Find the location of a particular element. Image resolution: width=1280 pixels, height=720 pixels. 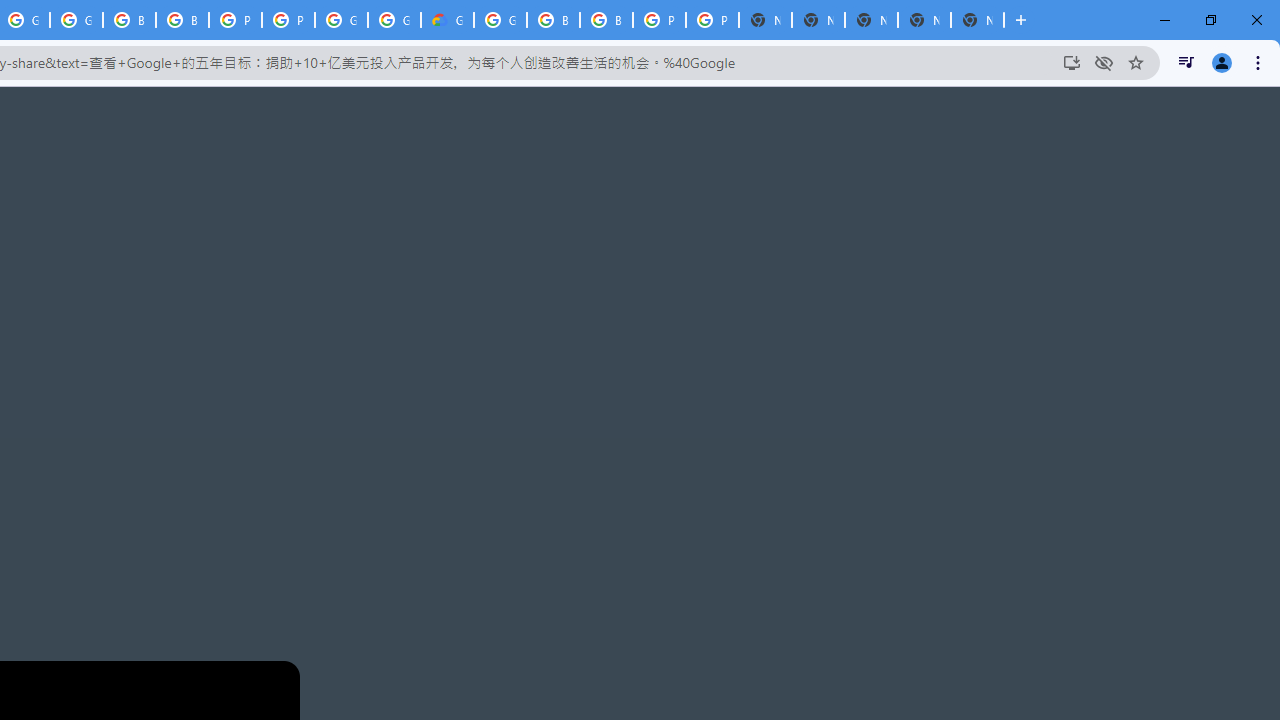

'New Tab' is located at coordinates (977, 20).